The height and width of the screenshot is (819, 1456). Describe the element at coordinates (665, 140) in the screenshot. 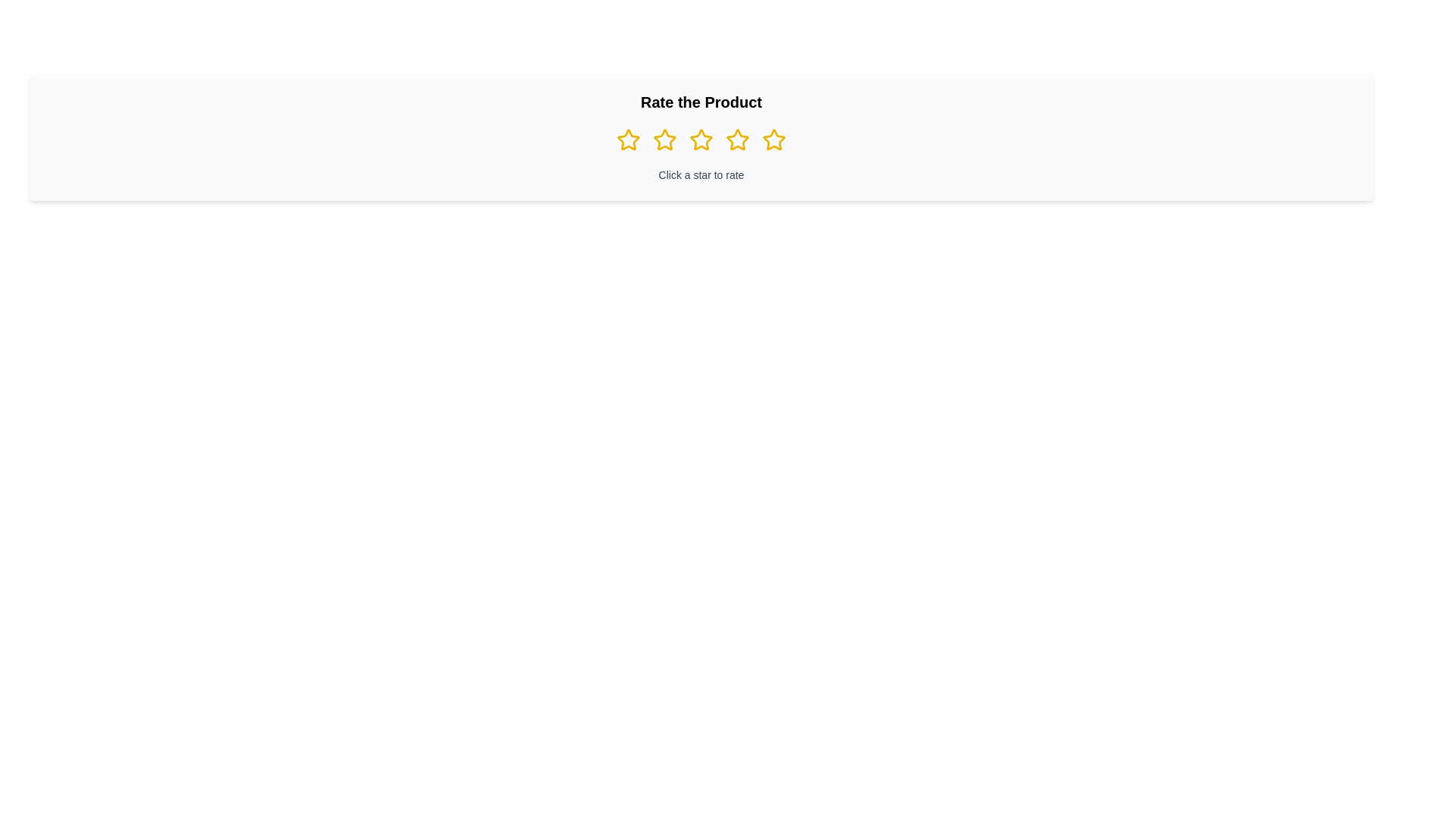

I see `the second star icon, which is a yellow hollow star used for rating functionality` at that location.